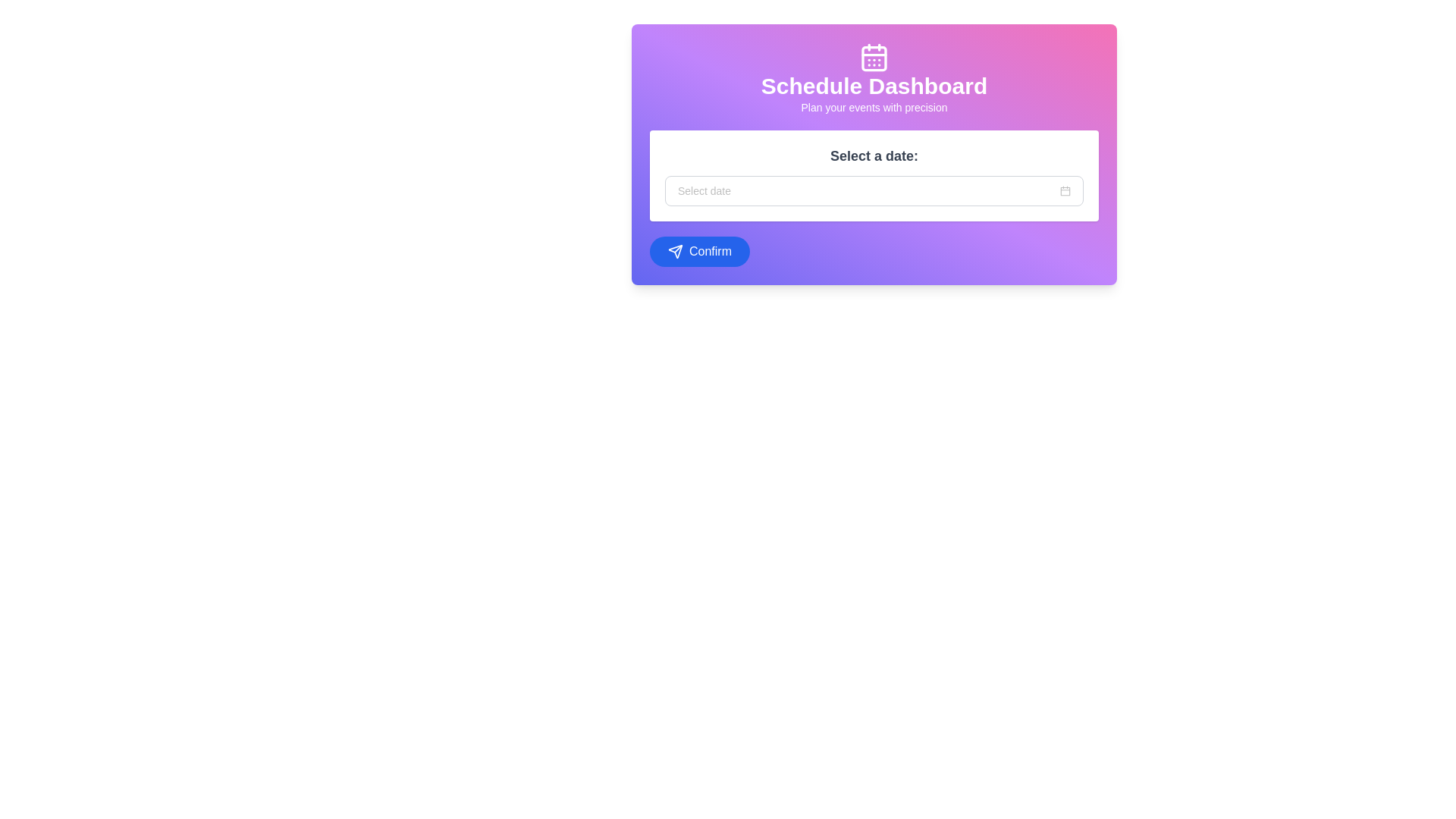 Image resolution: width=1456 pixels, height=819 pixels. What do you see at coordinates (1065, 190) in the screenshot?
I see `the calendar icon located on the far right side of the 'Select a date' input field` at bounding box center [1065, 190].